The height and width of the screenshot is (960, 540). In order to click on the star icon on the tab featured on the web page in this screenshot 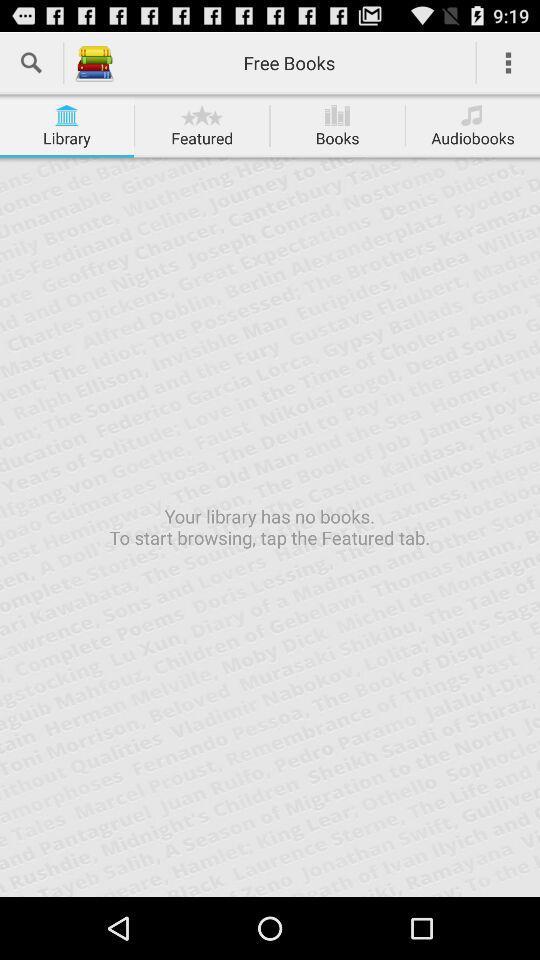, I will do `click(202, 115)`.